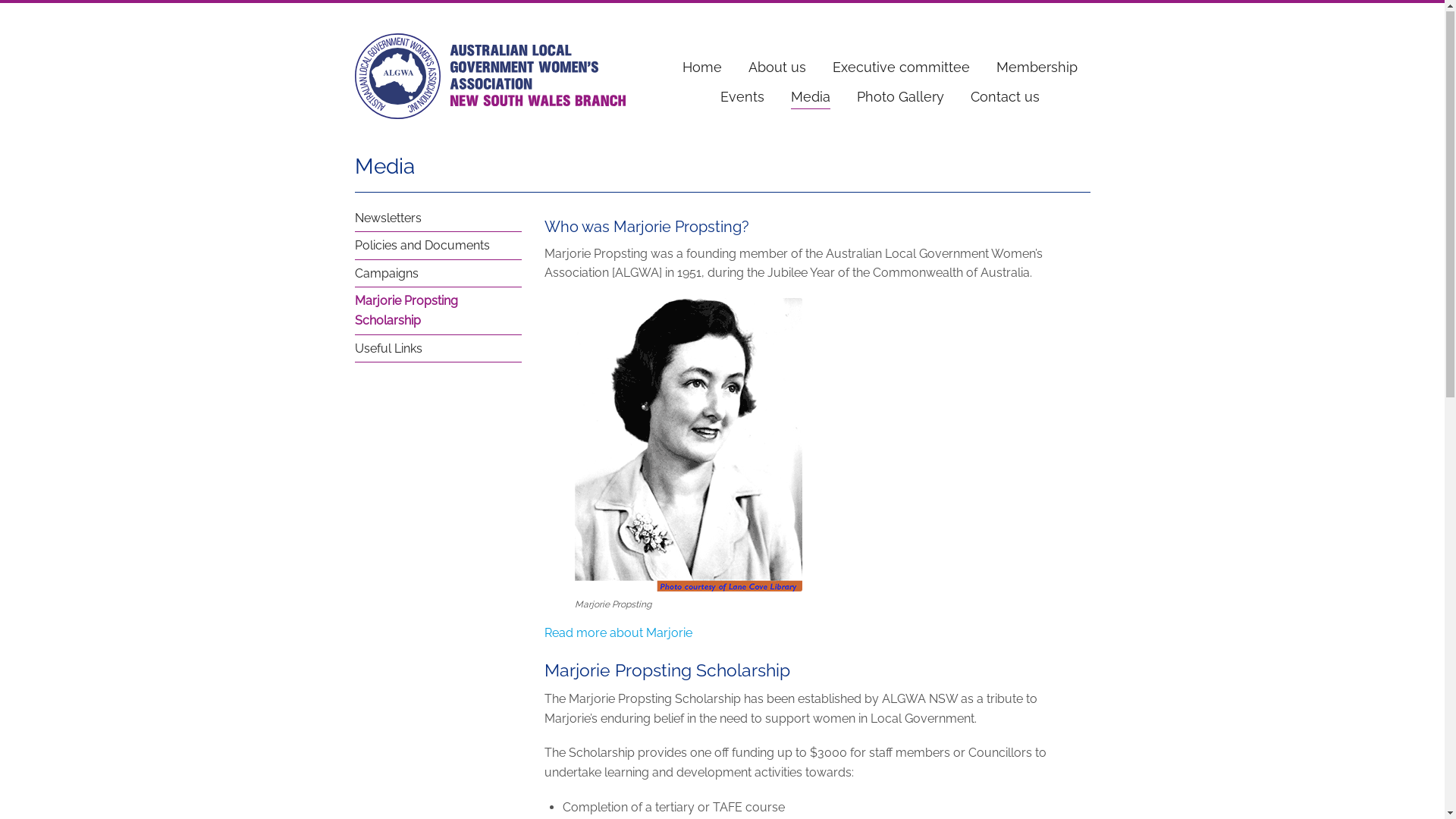 The width and height of the screenshot is (1456, 819). Describe the element at coordinates (701, 67) in the screenshot. I see `'Home'` at that location.